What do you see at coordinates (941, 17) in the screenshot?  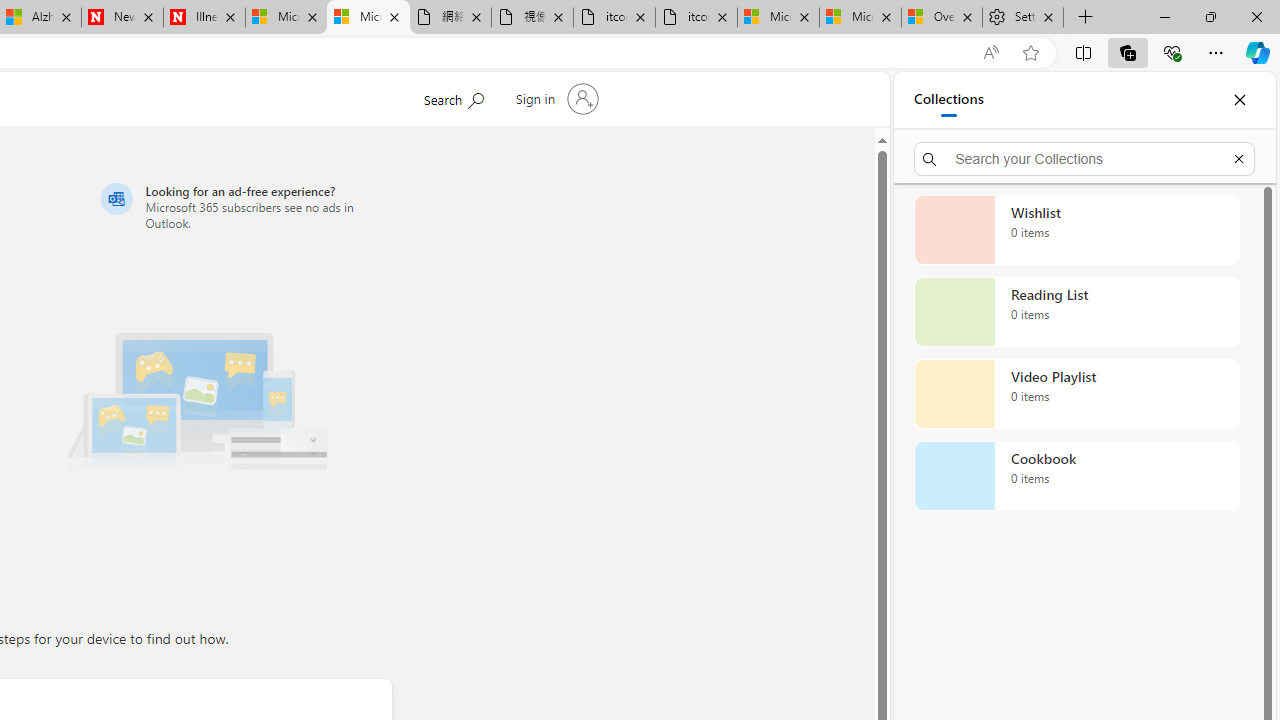 I see `'Overview'` at bounding box center [941, 17].